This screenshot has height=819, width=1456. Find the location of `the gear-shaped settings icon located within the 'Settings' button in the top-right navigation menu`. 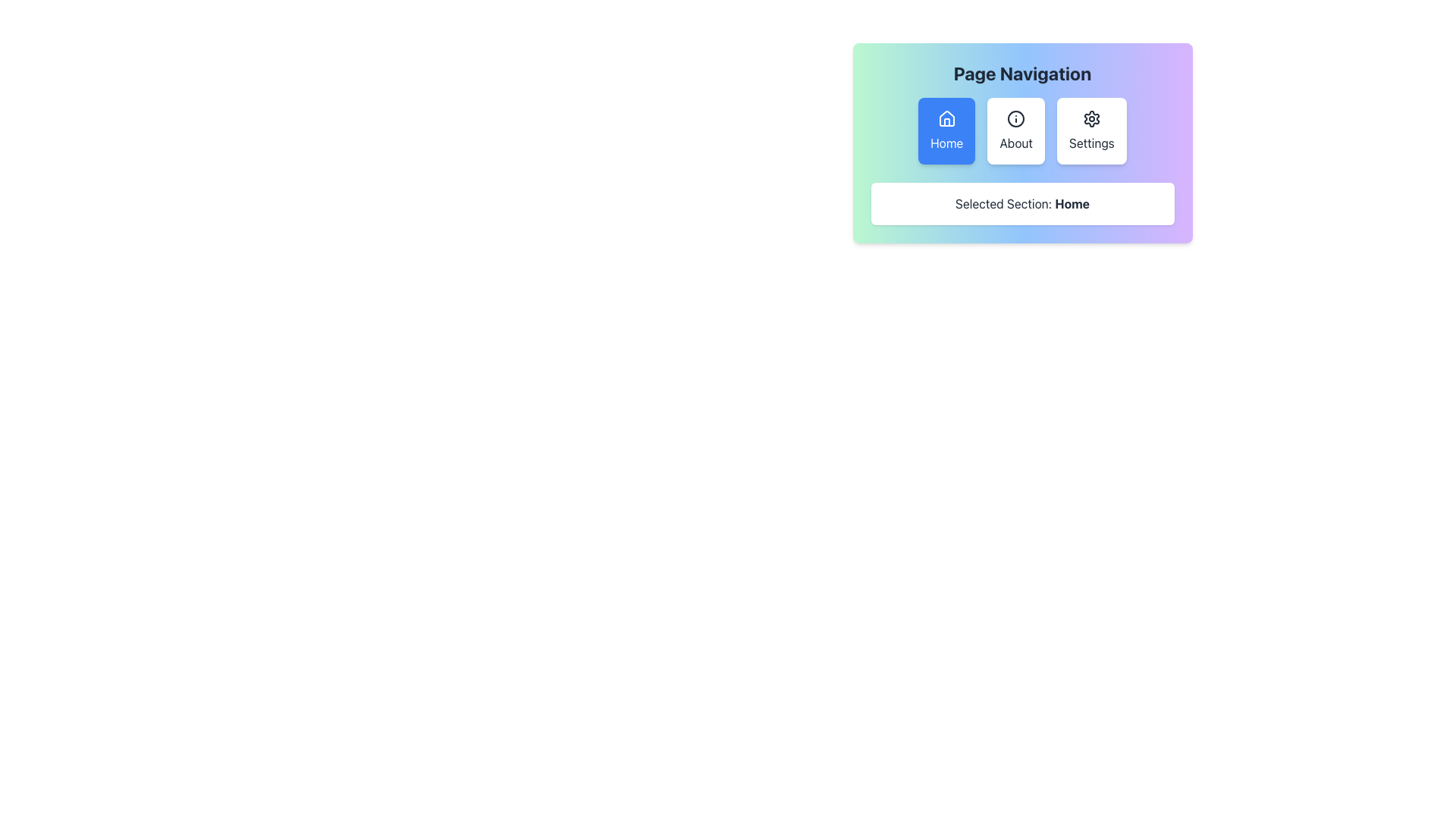

the gear-shaped settings icon located within the 'Settings' button in the top-right navigation menu is located at coordinates (1090, 118).